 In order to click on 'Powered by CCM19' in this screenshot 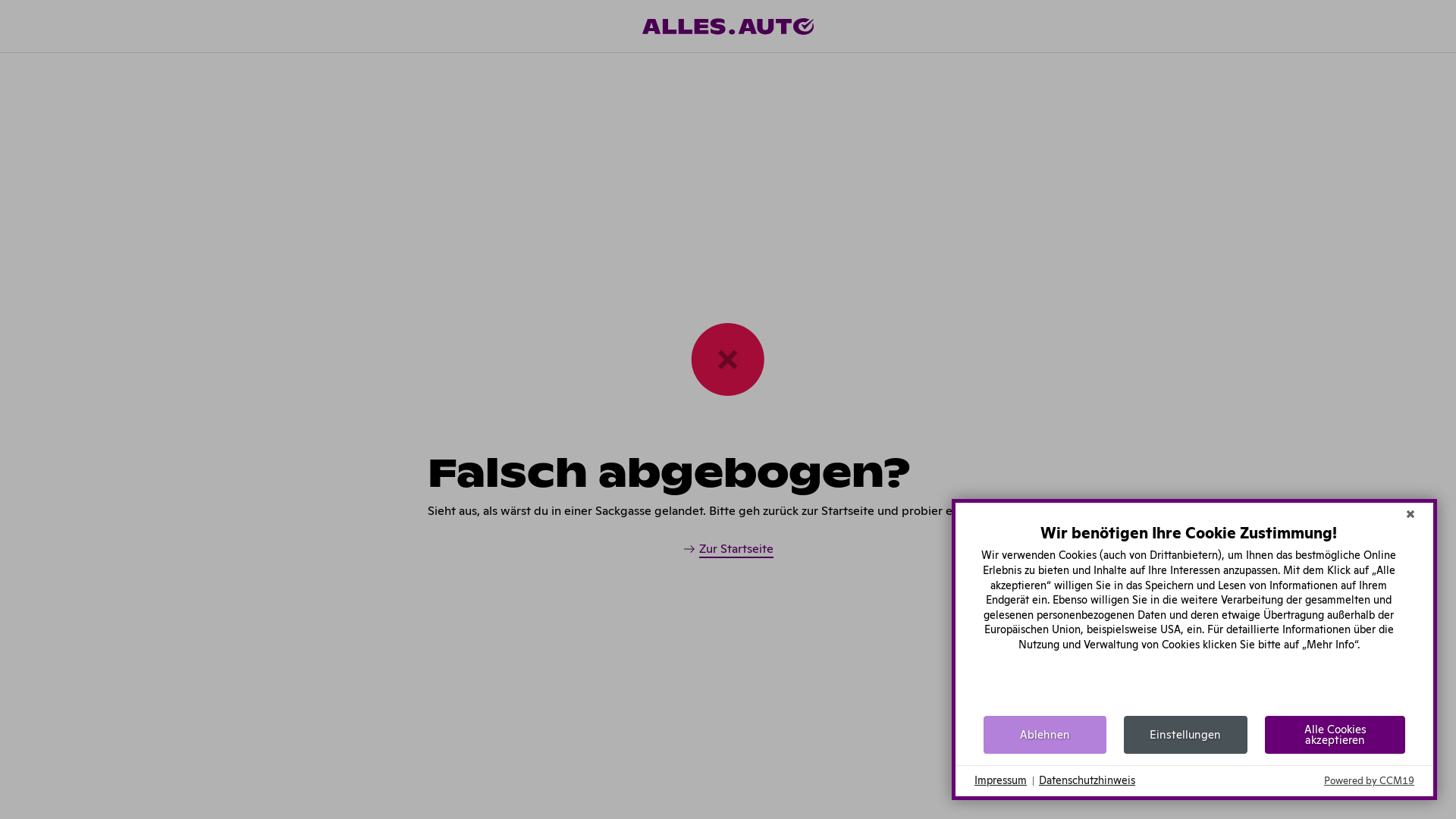, I will do `click(1369, 780)`.